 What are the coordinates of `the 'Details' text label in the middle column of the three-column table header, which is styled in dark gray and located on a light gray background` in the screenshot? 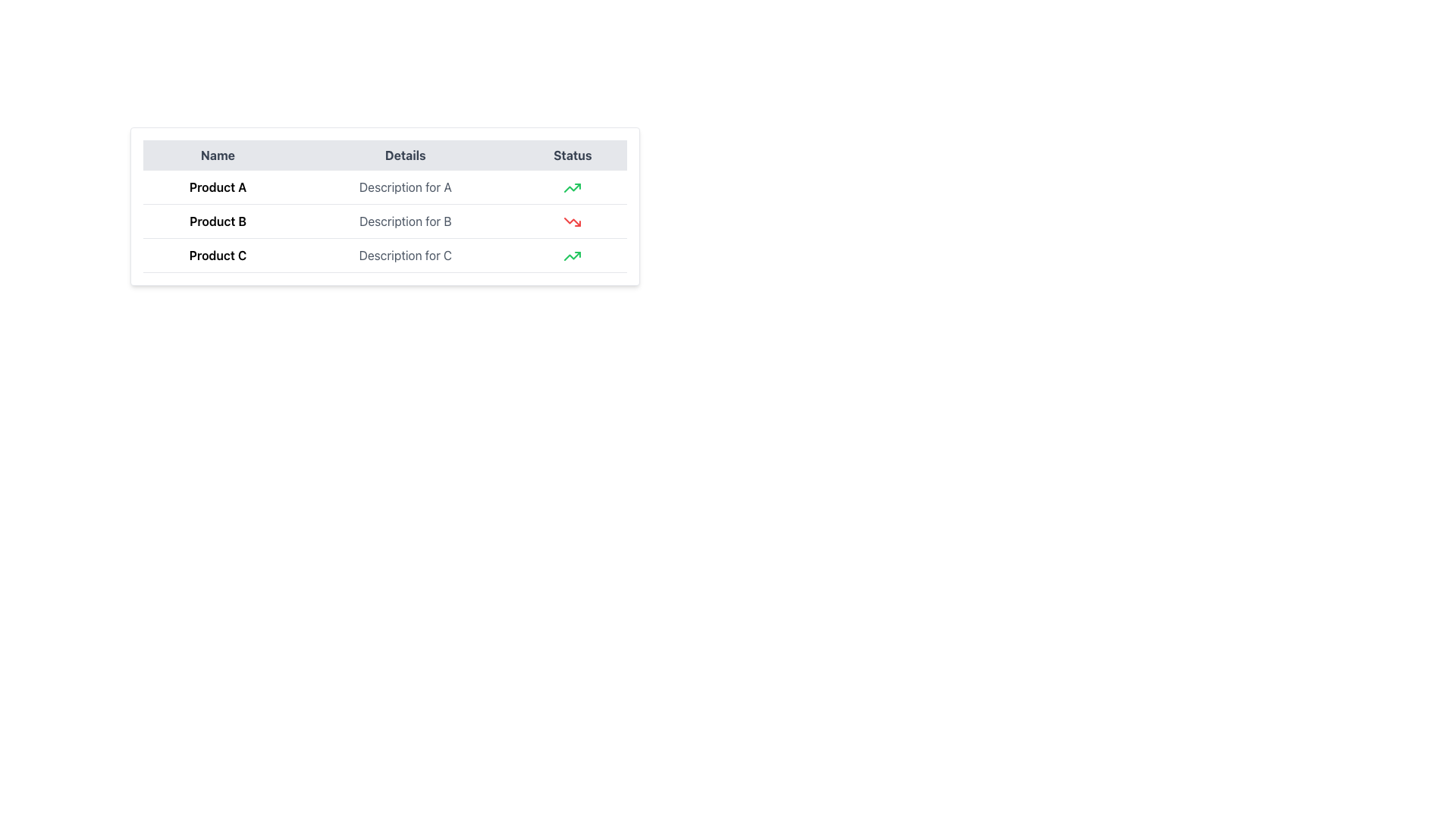 It's located at (405, 155).